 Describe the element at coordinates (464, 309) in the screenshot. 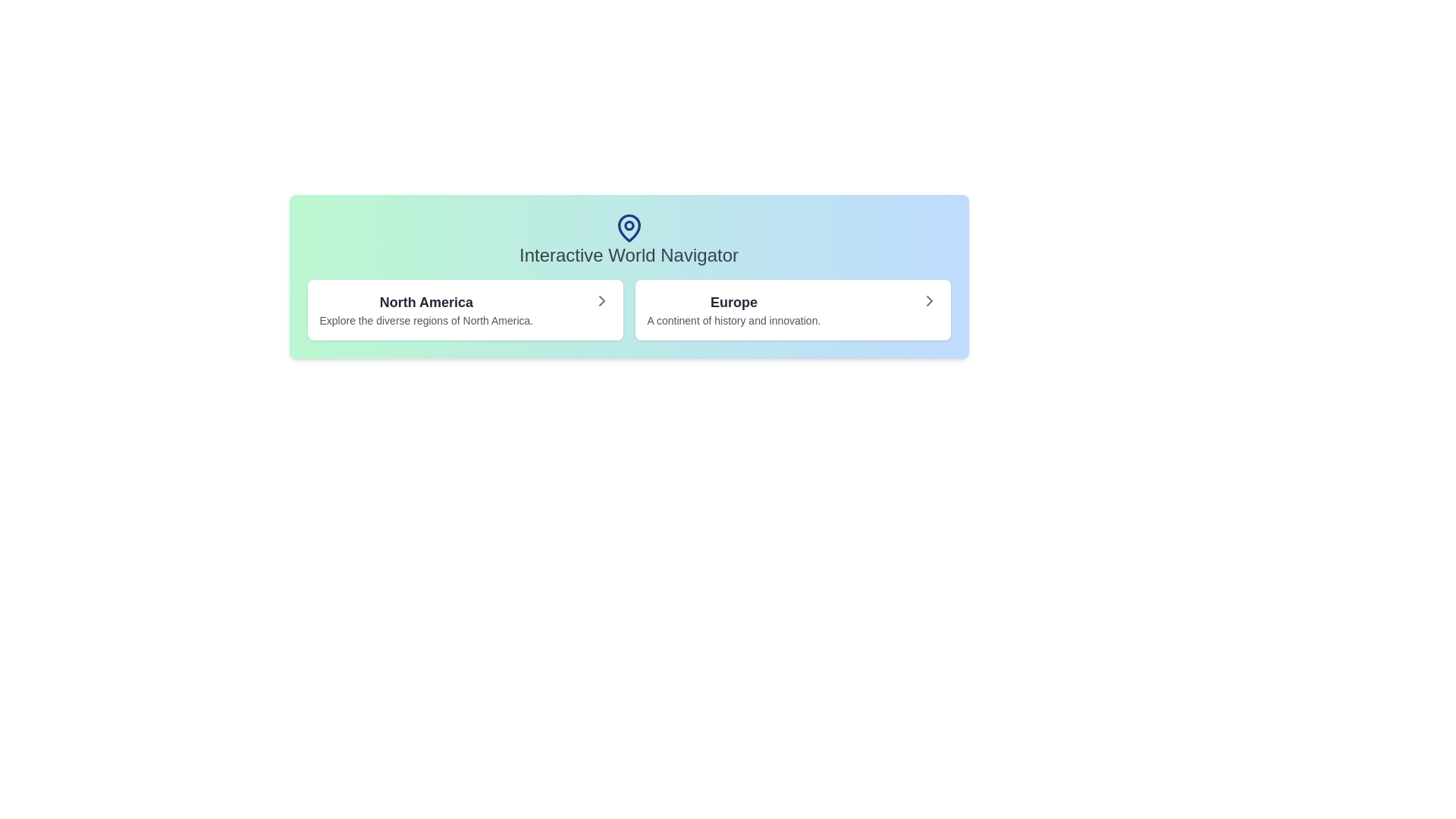

I see `the first card in the grid under the header 'Interactive World Navigator'` at that location.